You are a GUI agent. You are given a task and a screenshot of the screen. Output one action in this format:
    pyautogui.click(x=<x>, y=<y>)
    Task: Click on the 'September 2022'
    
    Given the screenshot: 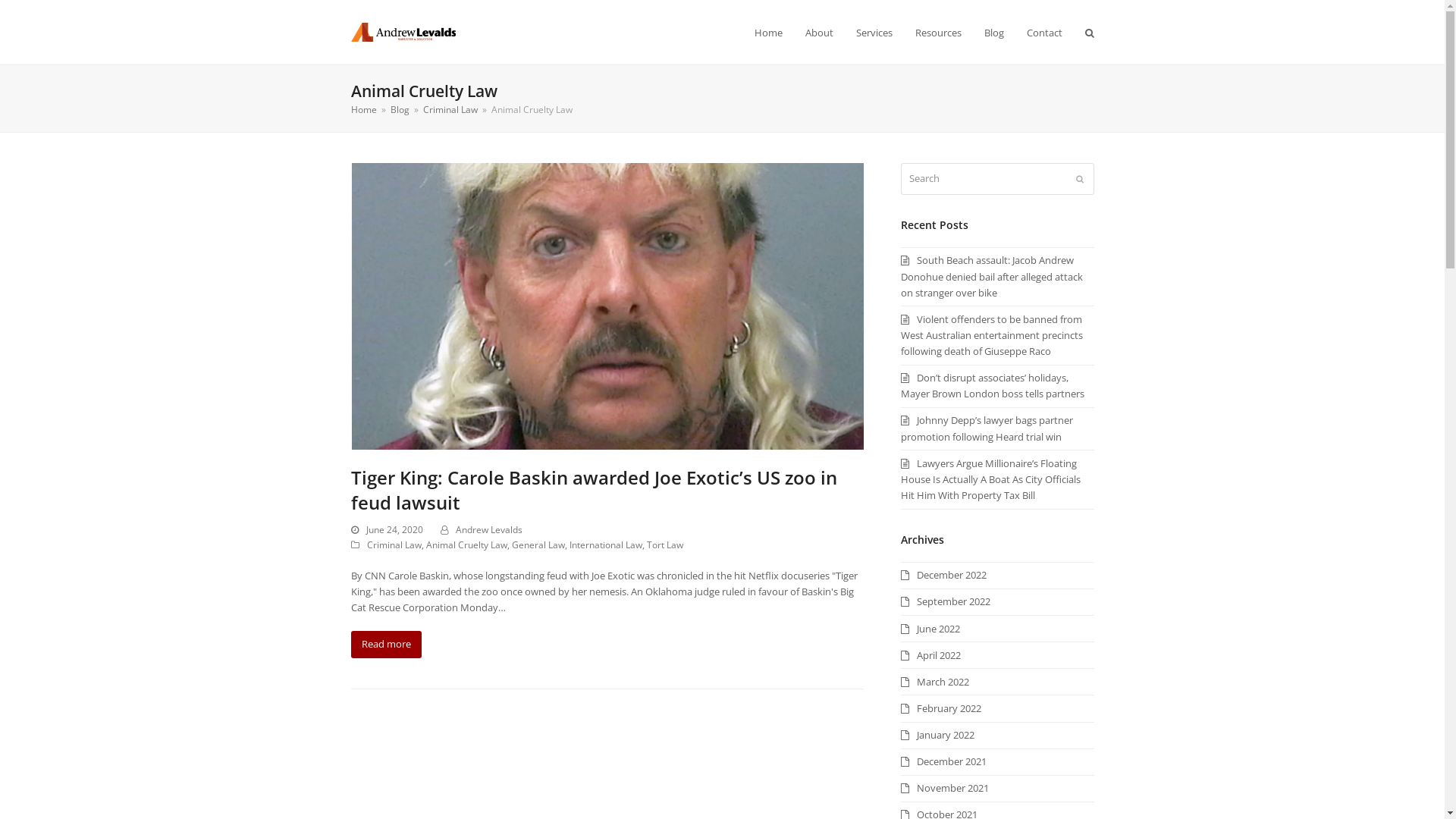 What is the action you would take?
    pyautogui.click(x=945, y=601)
    